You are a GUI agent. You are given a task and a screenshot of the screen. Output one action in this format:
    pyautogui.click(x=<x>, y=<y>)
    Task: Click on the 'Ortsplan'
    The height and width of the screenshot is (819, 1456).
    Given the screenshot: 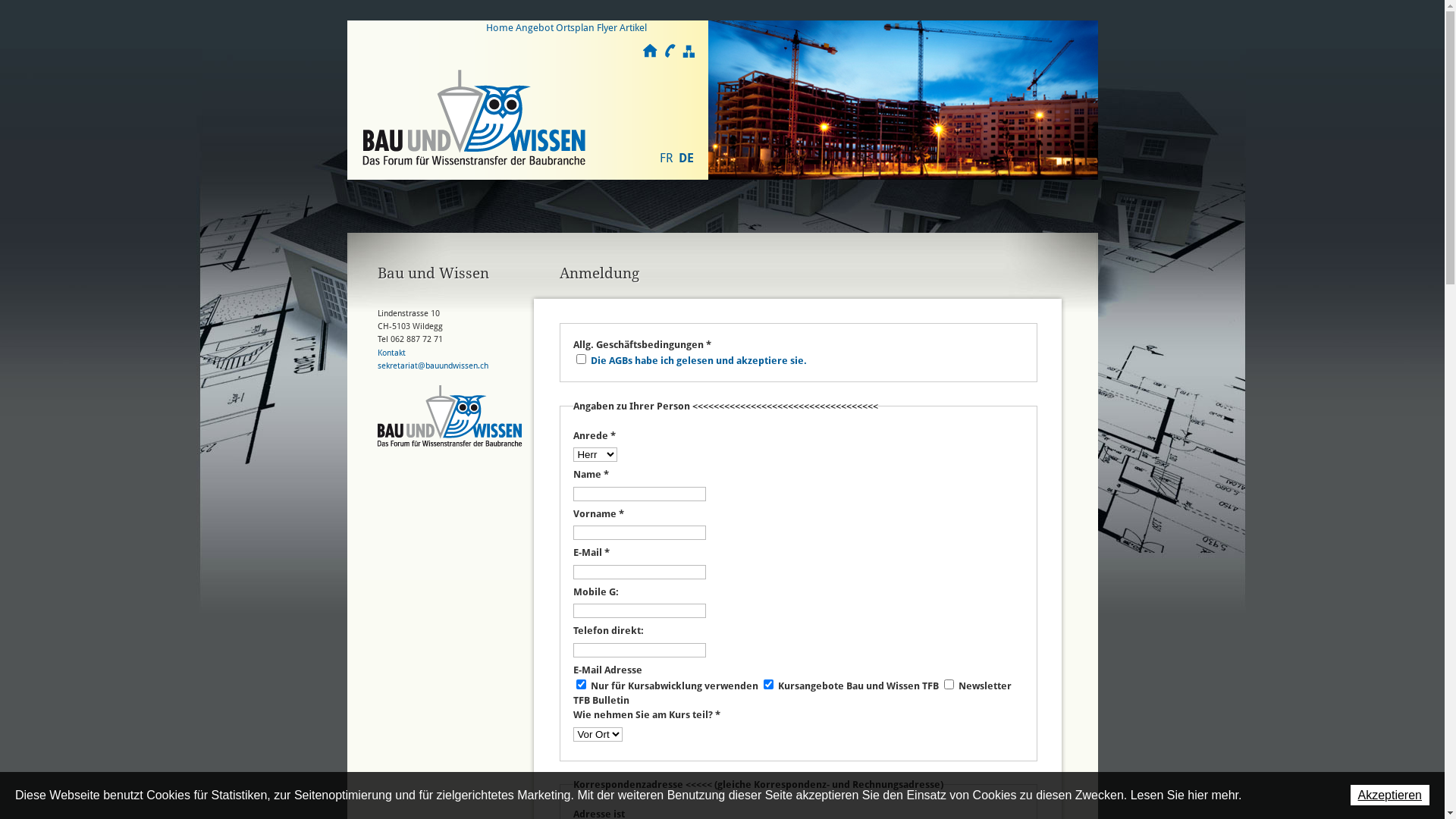 What is the action you would take?
    pyautogui.click(x=574, y=27)
    